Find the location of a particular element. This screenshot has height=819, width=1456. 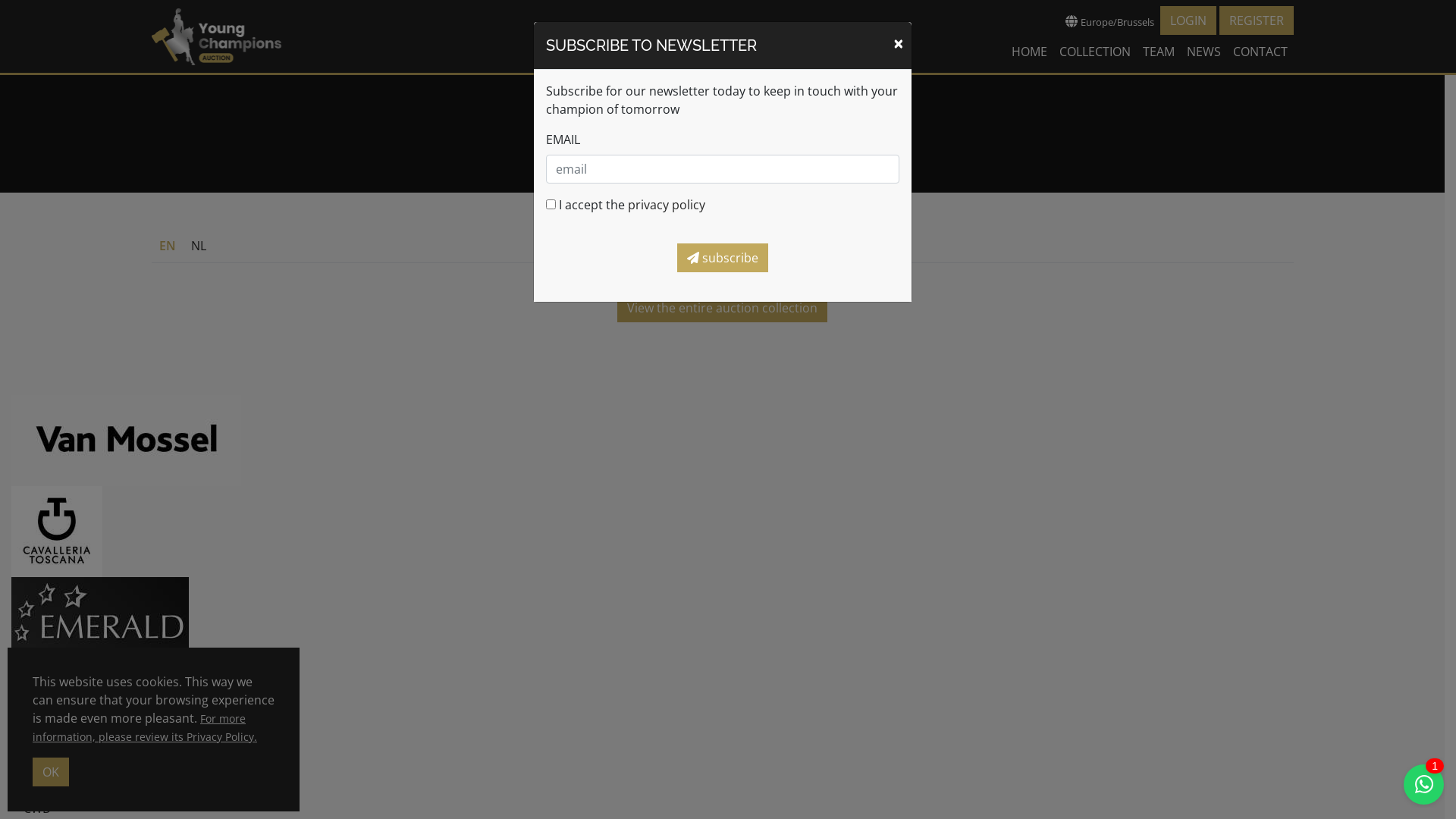

'LOGIN' is located at coordinates (1187, 20).